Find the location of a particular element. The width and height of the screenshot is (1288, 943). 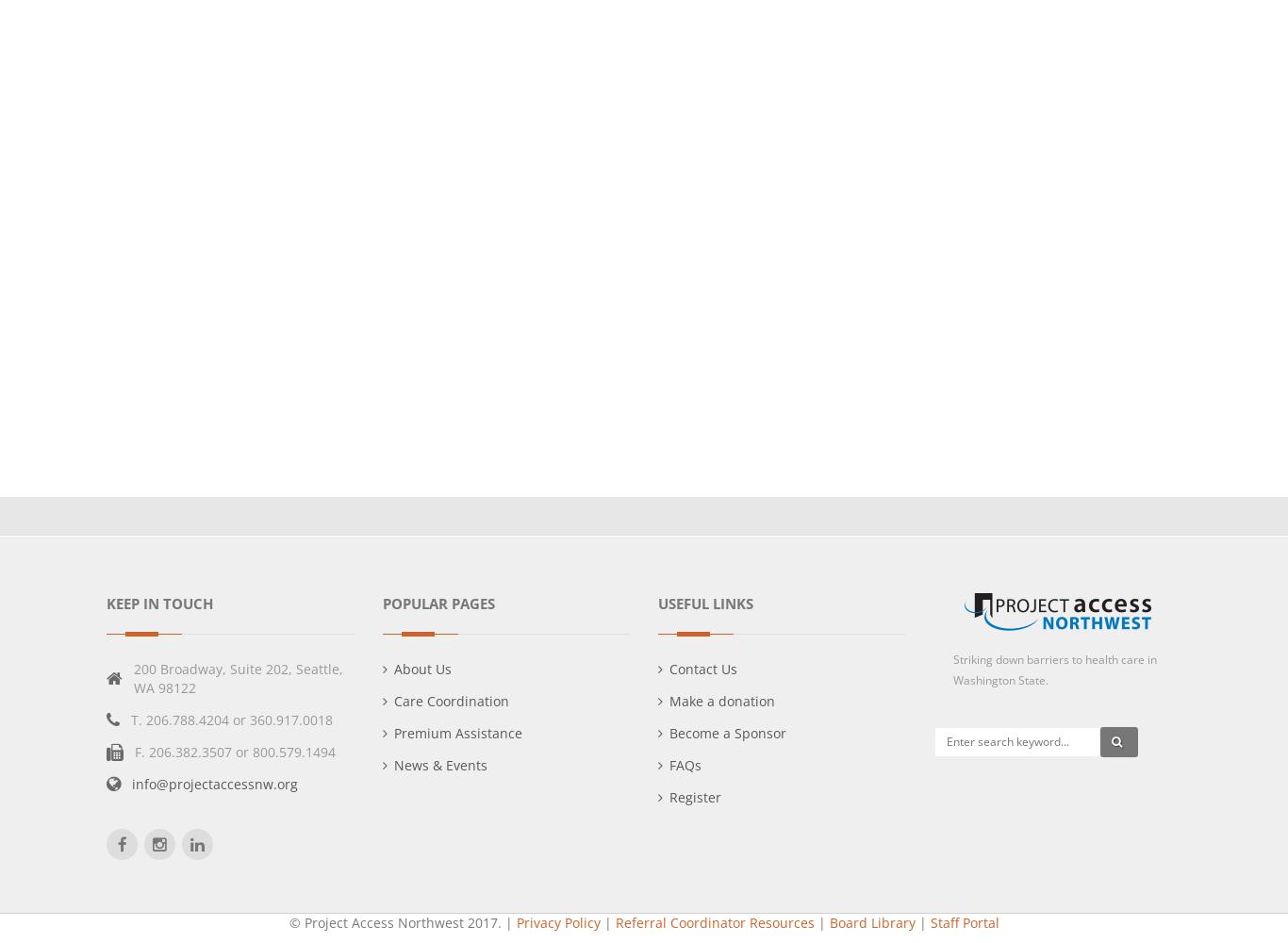

'© Project Access Northwest 2017.' is located at coordinates (288, 921).